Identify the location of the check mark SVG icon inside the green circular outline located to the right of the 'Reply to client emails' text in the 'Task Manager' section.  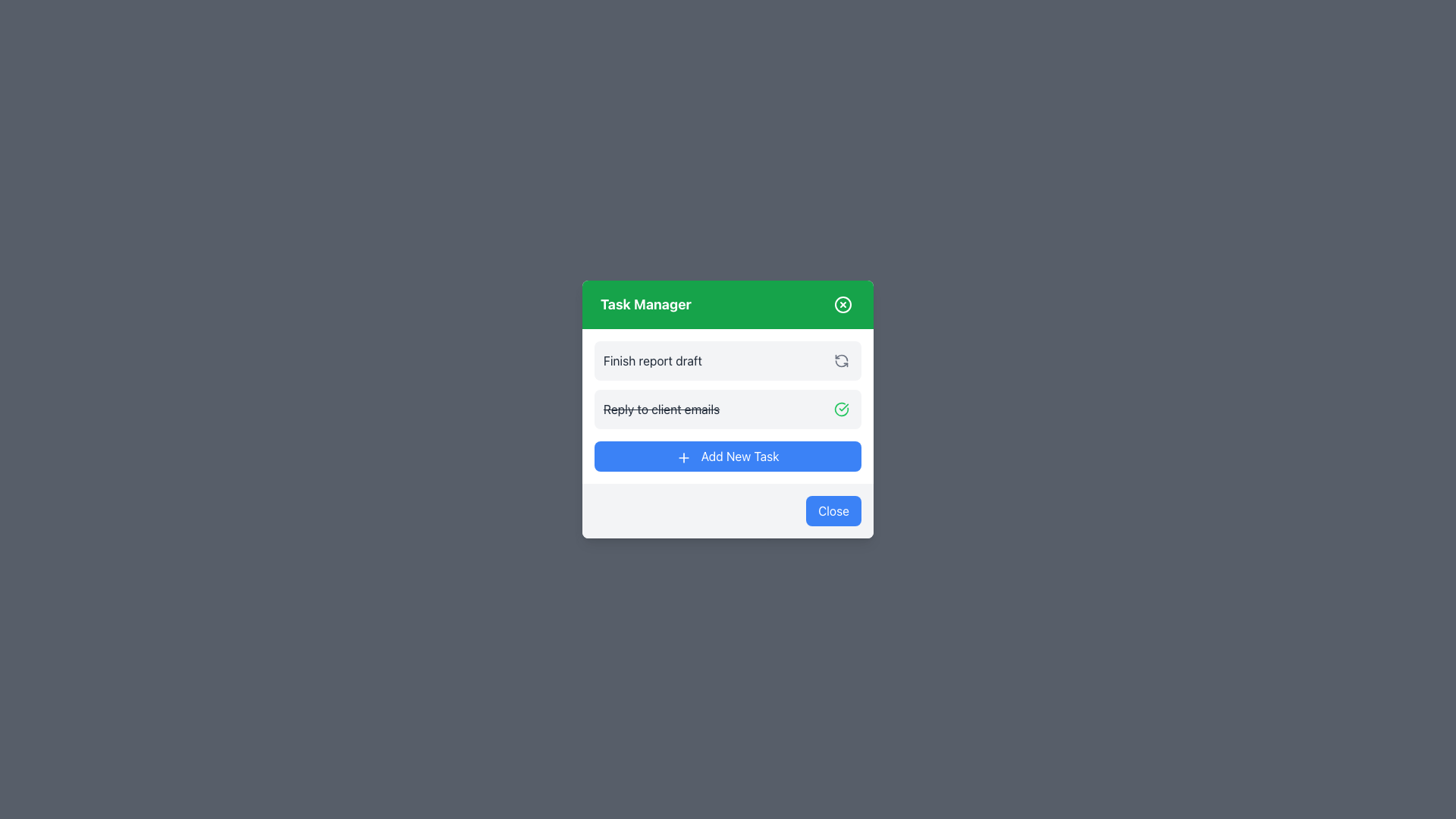
(840, 409).